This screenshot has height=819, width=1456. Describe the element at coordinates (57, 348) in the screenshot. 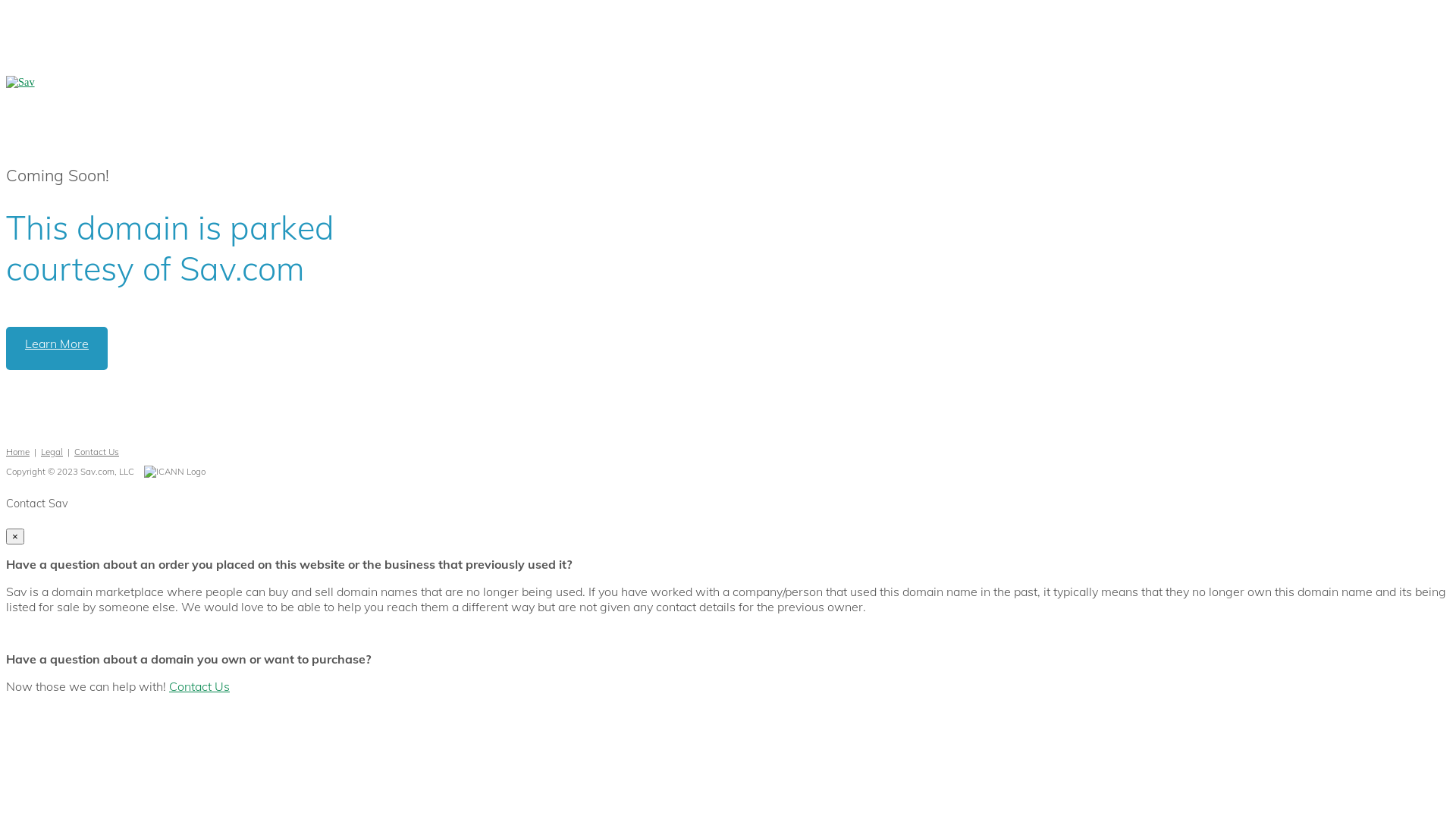

I see `'Learn More'` at that location.